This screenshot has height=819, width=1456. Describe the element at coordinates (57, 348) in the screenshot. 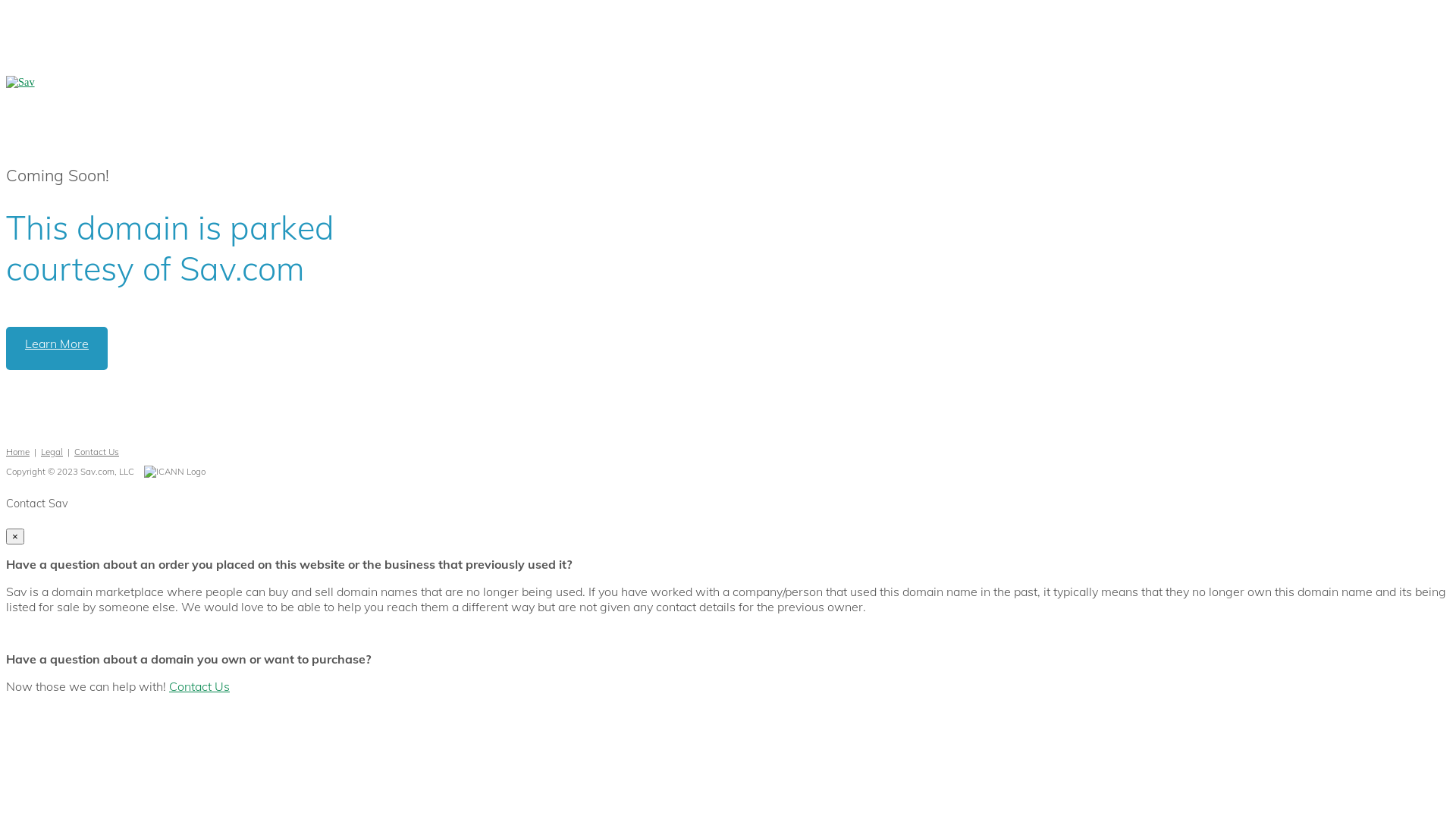

I see `'Learn More'` at that location.